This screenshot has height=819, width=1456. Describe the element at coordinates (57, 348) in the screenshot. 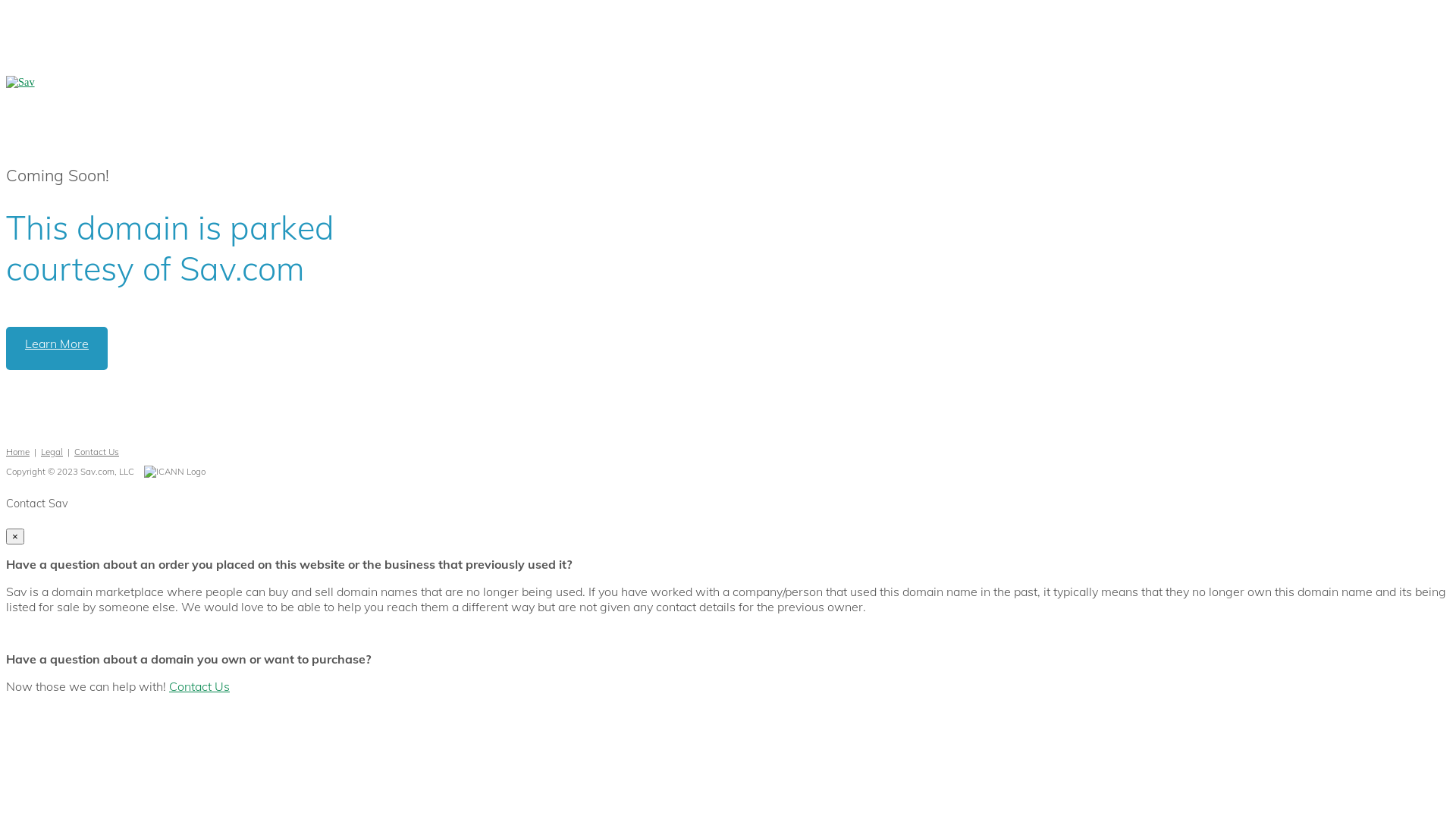

I see `'Learn More'` at that location.